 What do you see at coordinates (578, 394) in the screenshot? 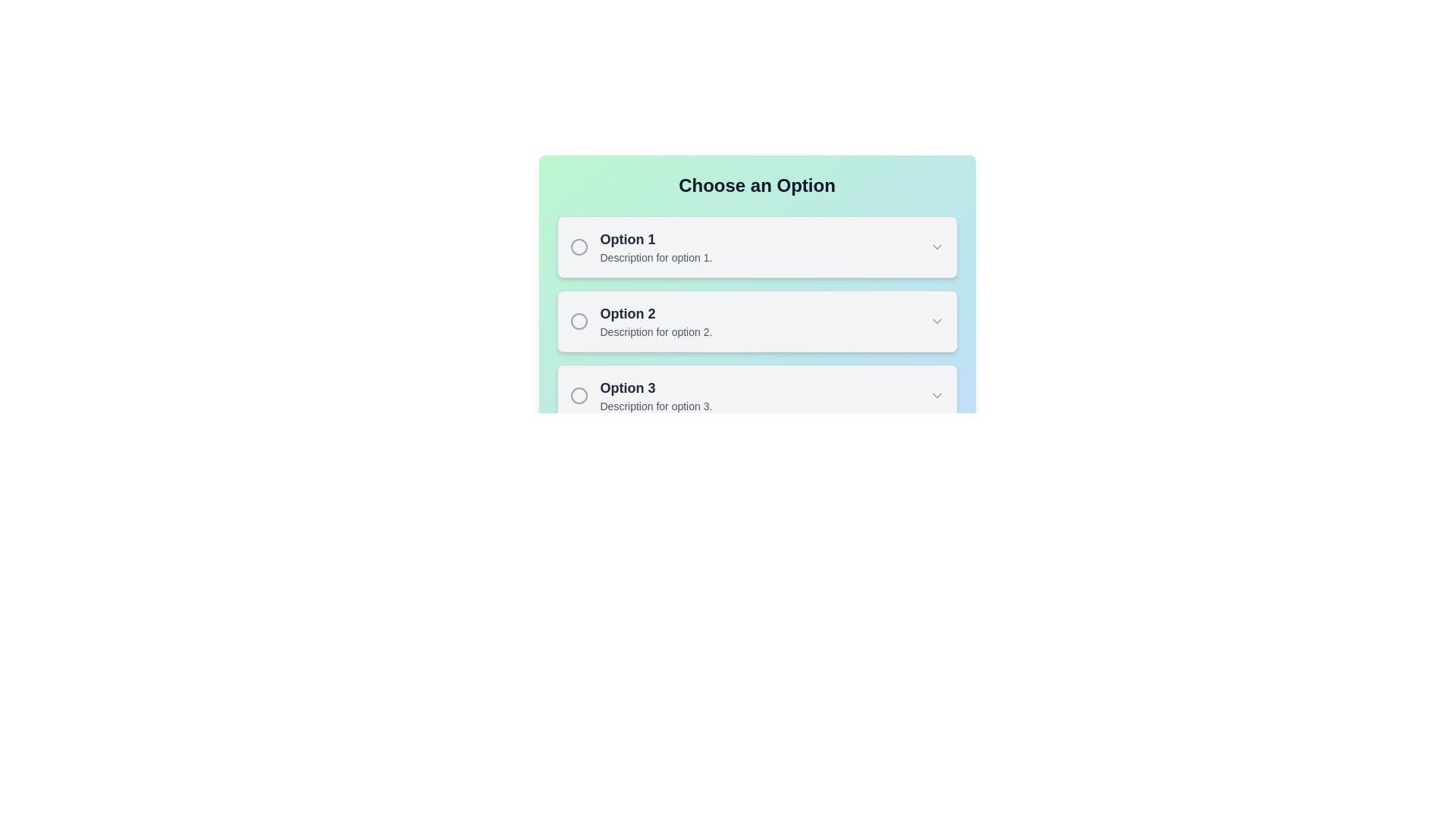
I see `the circular radio button representing 'Option 3' in the third row of the options list` at bounding box center [578, 394].